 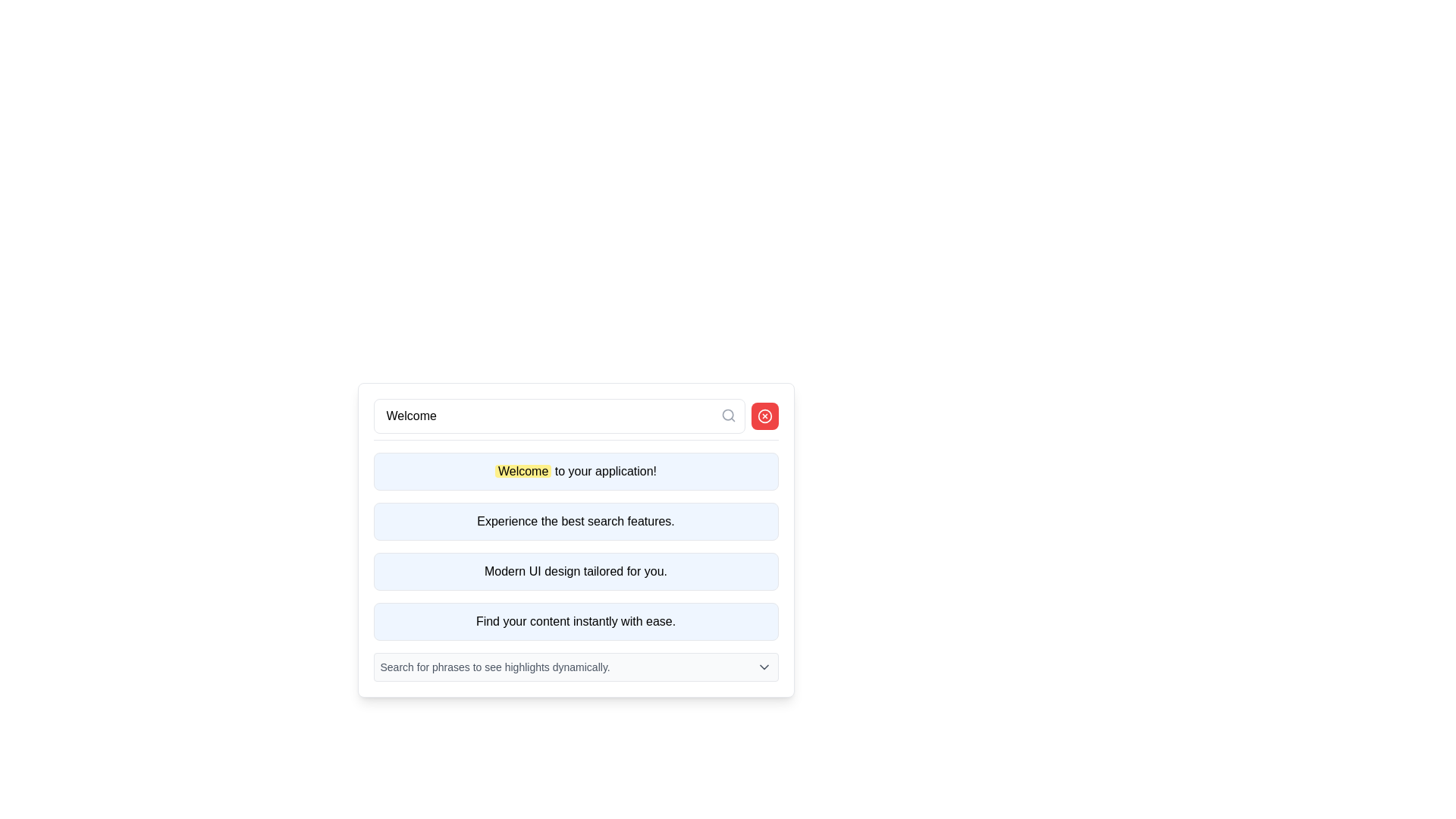 What do you see at coordinates (575, 539) in the screenshot?
I see `the Informational Box with the message 'Experience the best search features.' which is styled with a light blue background and rounded corners, located between the 'Welcome to your application!' and 'Modern UI design tailored for you.' boxes` at bounding box center [575, 539].